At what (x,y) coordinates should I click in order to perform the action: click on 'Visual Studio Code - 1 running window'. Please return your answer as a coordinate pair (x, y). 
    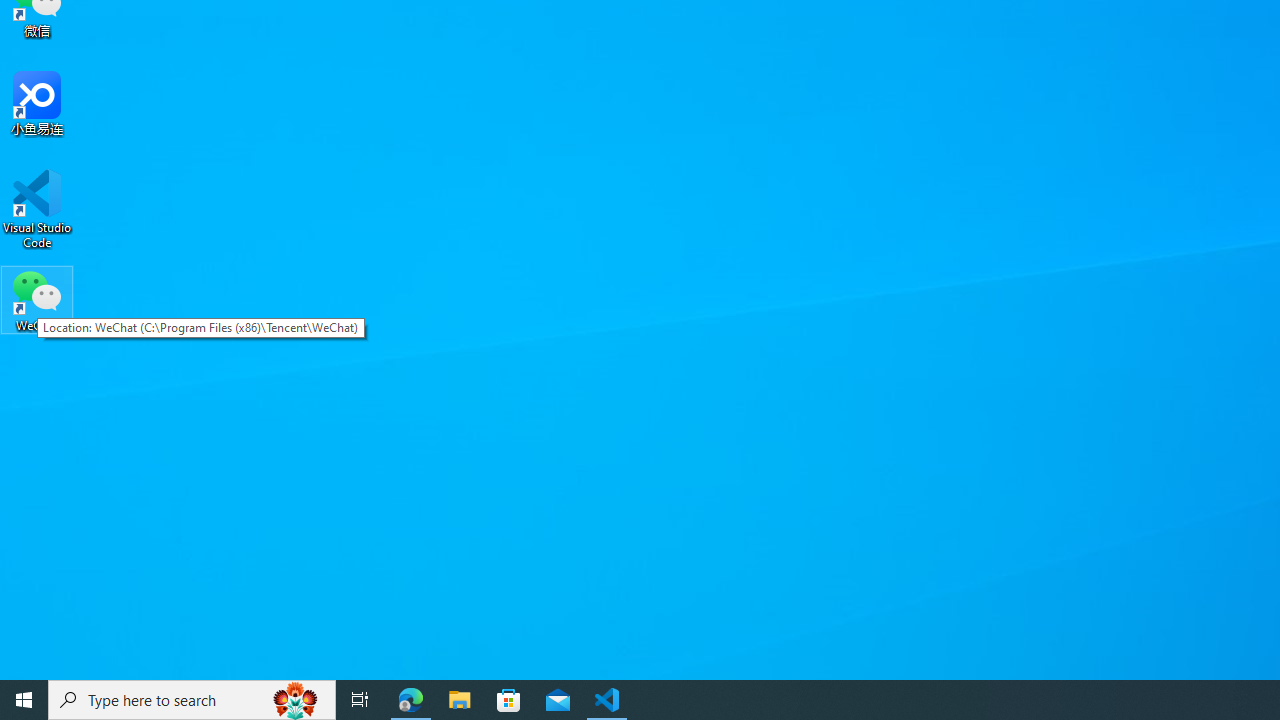
    Looking at the image, I should click on (606, 698).